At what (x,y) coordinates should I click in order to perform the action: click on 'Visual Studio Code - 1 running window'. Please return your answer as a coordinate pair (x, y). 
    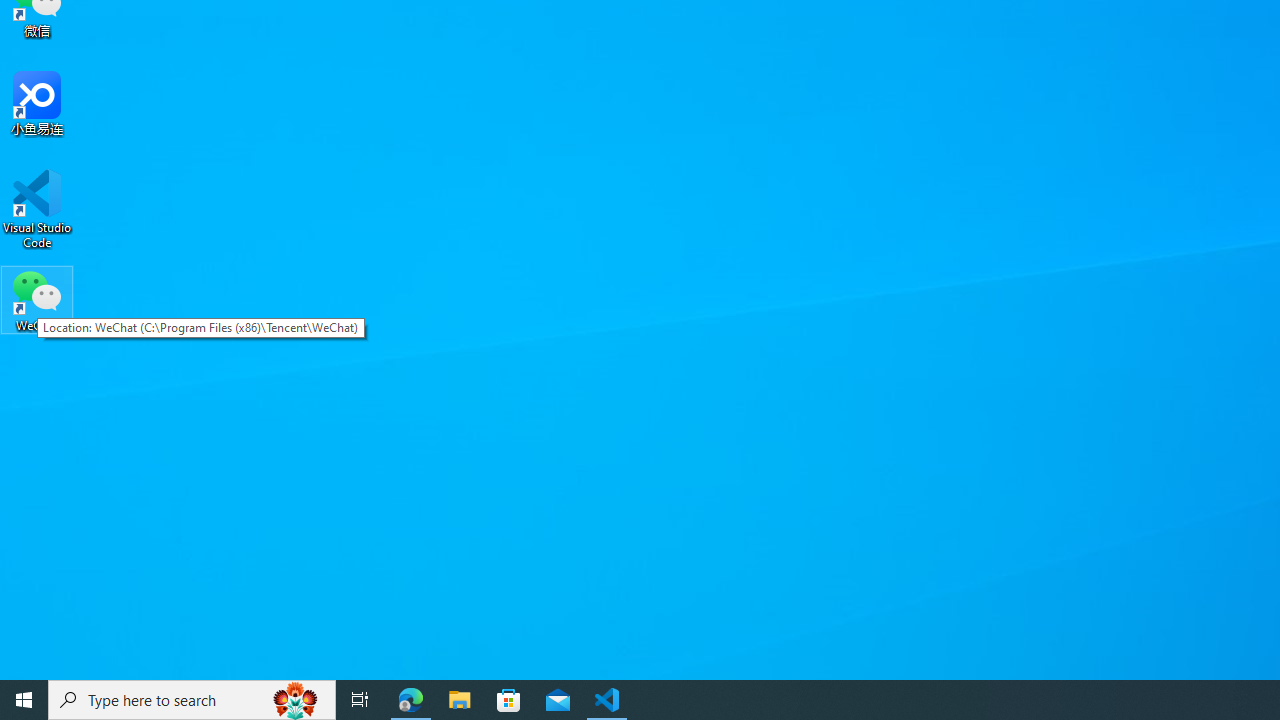
    Looking at the image, I should click on (606, 698).